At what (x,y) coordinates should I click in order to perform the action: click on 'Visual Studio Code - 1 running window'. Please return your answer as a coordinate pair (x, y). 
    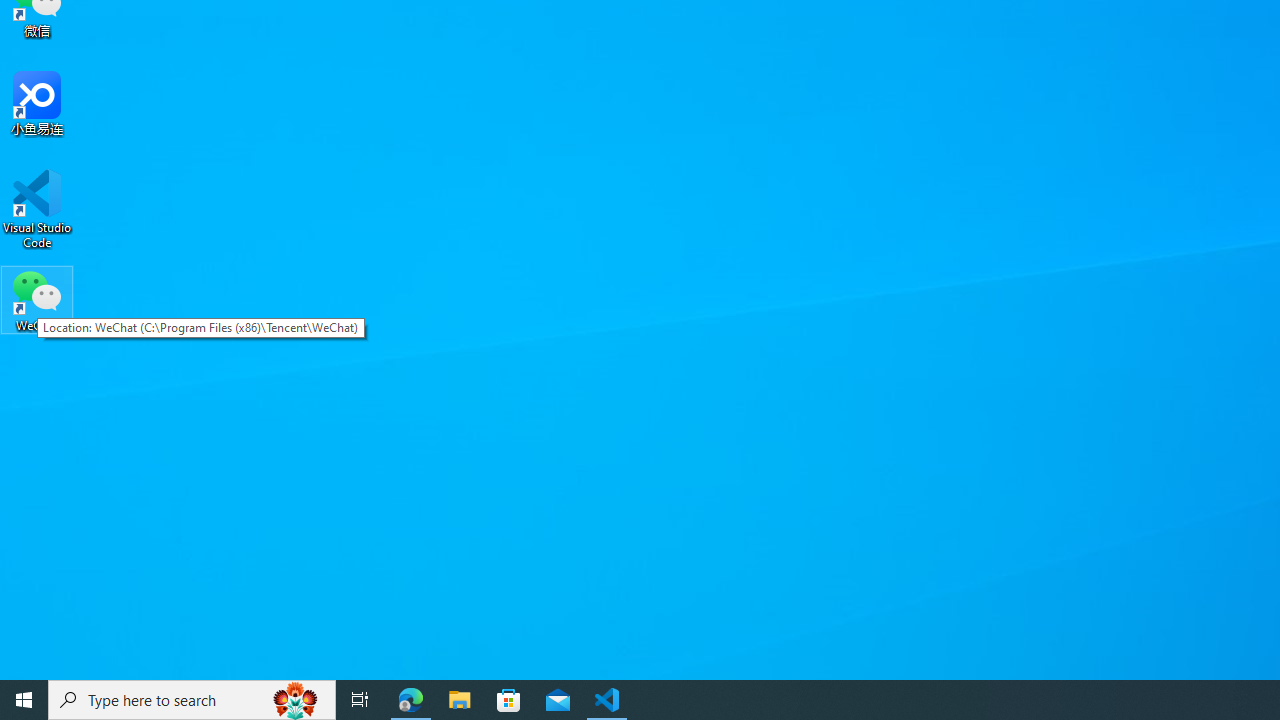
    Looking at the image, I should click on (606, 698).